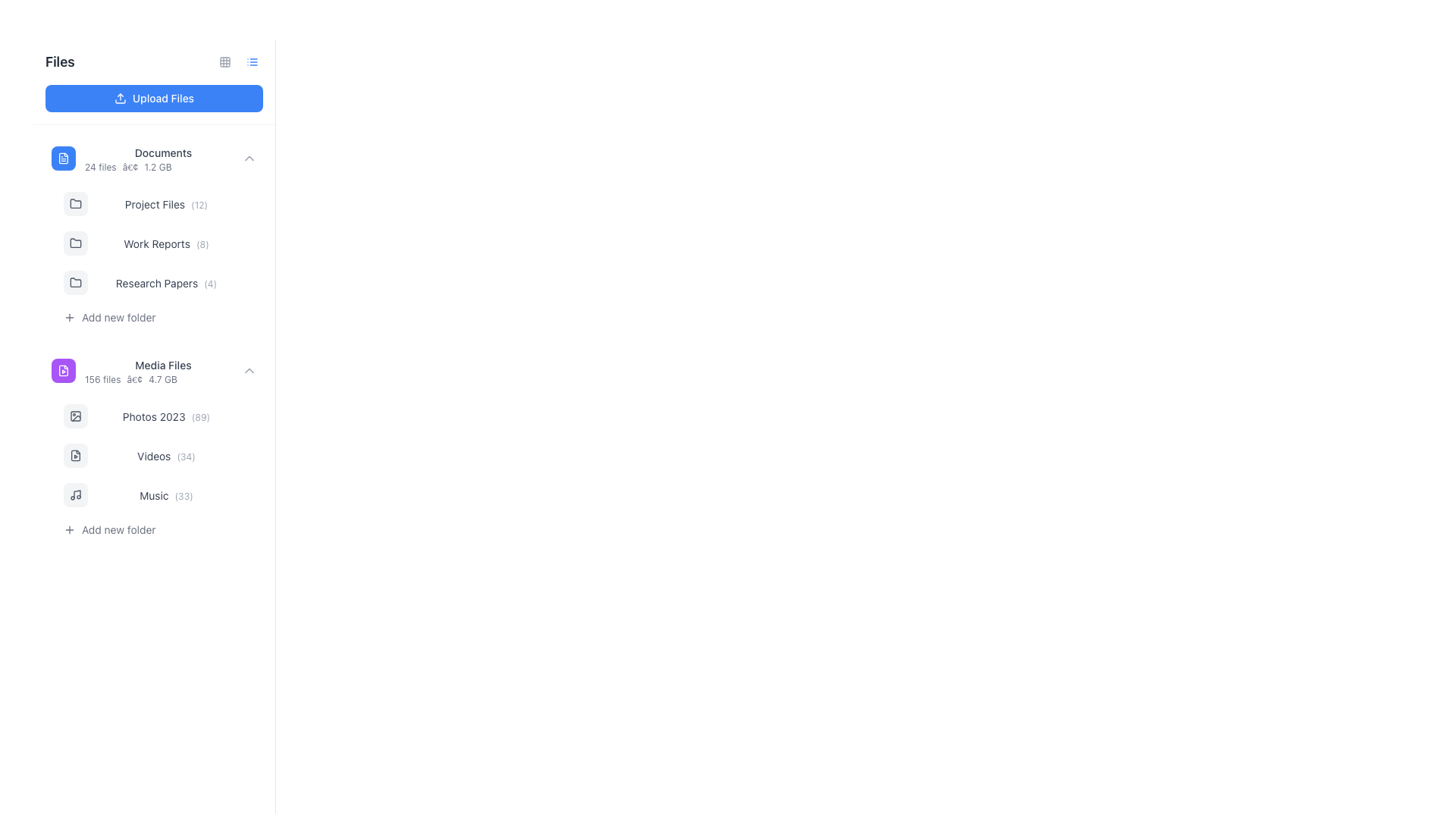  Describe the element at coordinates (246, 494) in the screenshot. I see `the contextual actions icon located` at that location.